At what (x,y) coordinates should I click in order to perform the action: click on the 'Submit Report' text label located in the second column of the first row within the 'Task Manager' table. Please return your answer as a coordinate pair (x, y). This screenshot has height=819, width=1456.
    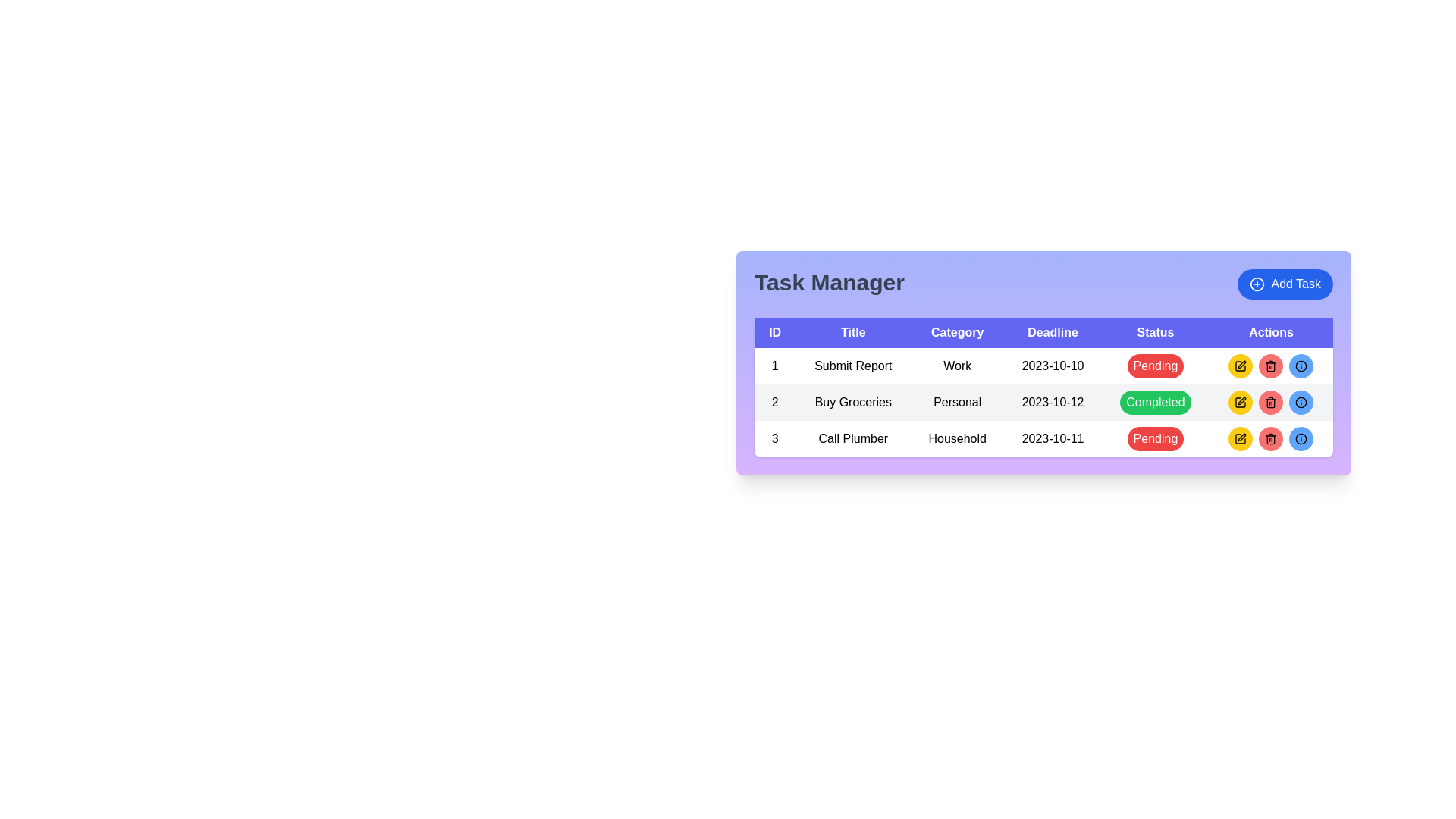
    Looking at the image, I should click on (853, 366).